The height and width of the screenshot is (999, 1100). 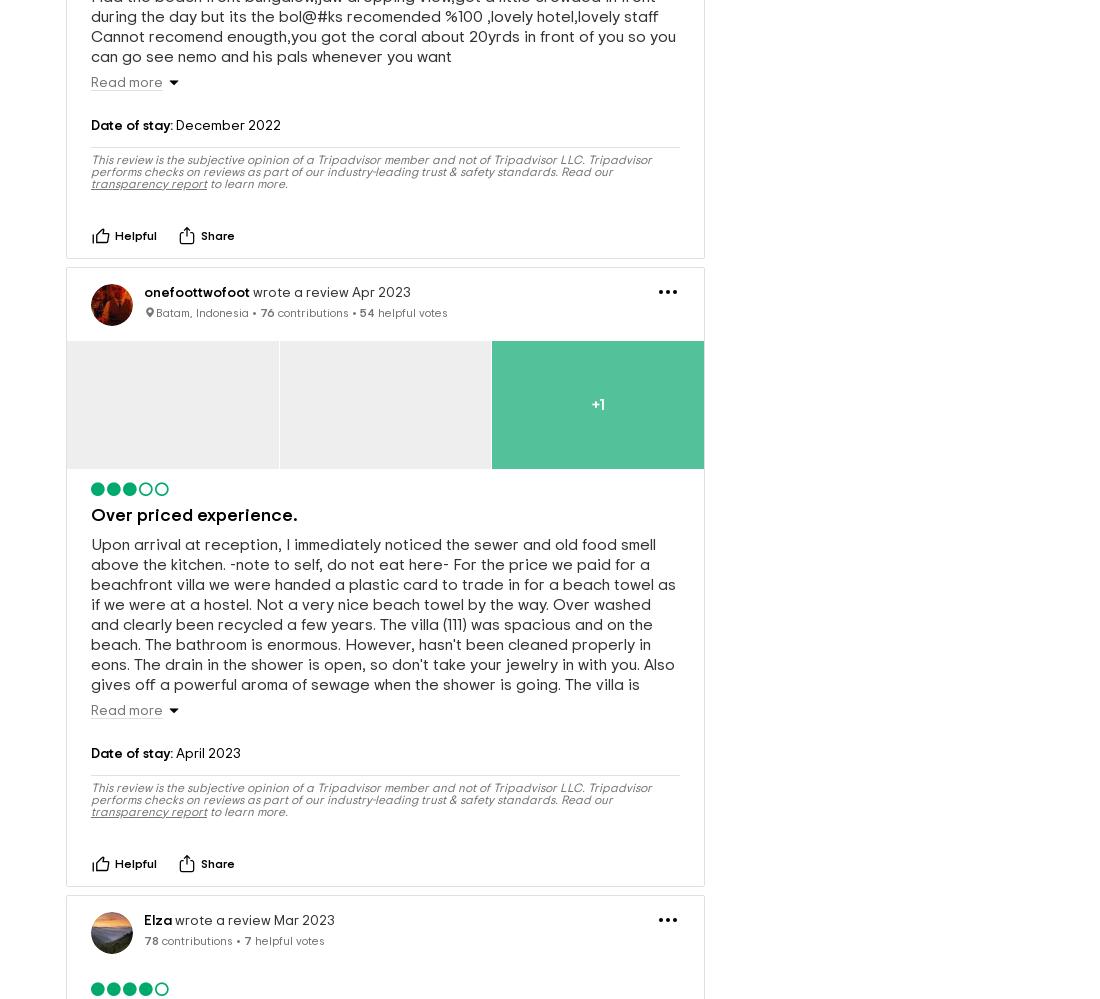 What do you see at coordinates (172, 720) in the screenshot?
I see `'April 2023'` at bounding box center [172, 720].